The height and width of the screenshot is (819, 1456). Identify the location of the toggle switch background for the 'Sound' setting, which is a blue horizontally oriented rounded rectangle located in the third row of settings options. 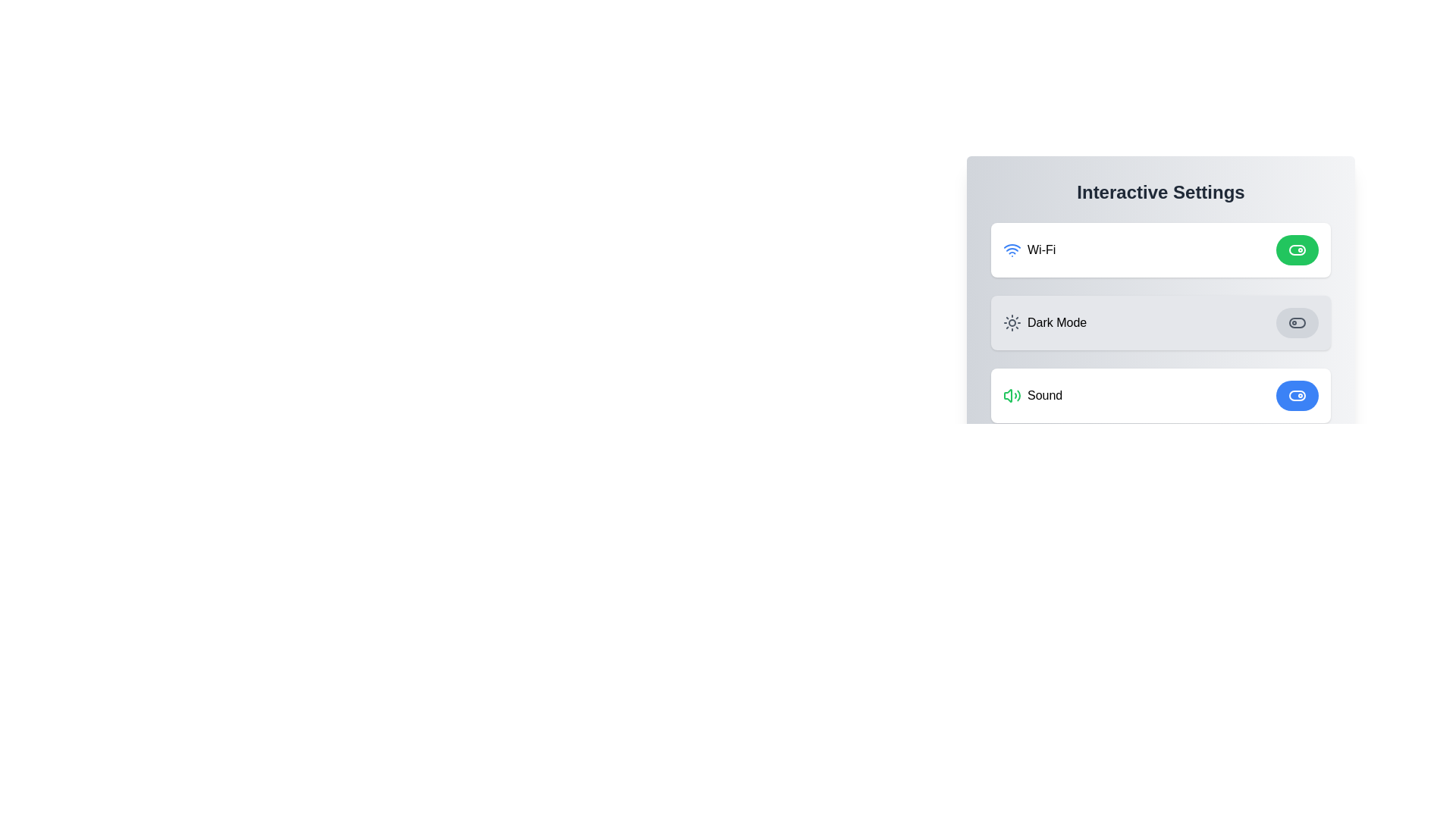
(1296, 394).